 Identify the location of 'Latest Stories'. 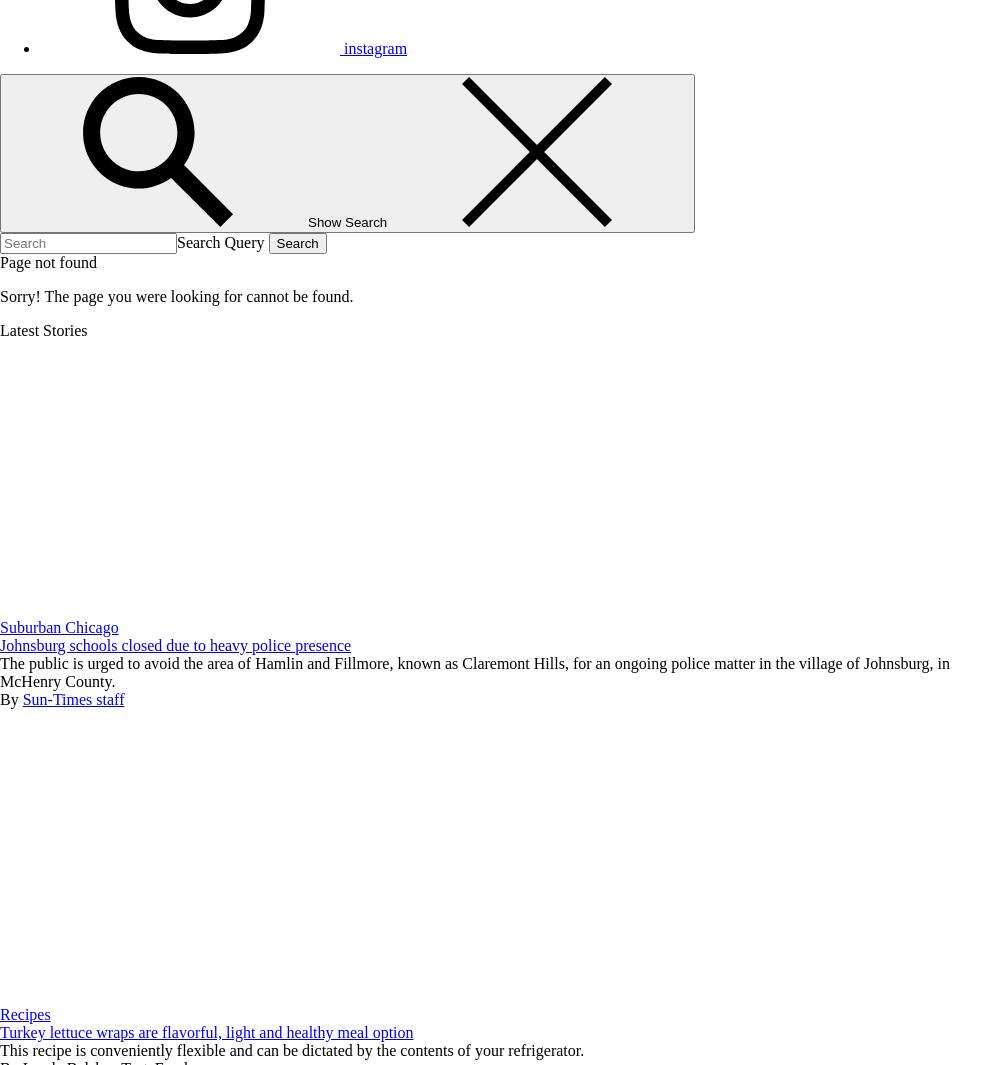
(43, 329).